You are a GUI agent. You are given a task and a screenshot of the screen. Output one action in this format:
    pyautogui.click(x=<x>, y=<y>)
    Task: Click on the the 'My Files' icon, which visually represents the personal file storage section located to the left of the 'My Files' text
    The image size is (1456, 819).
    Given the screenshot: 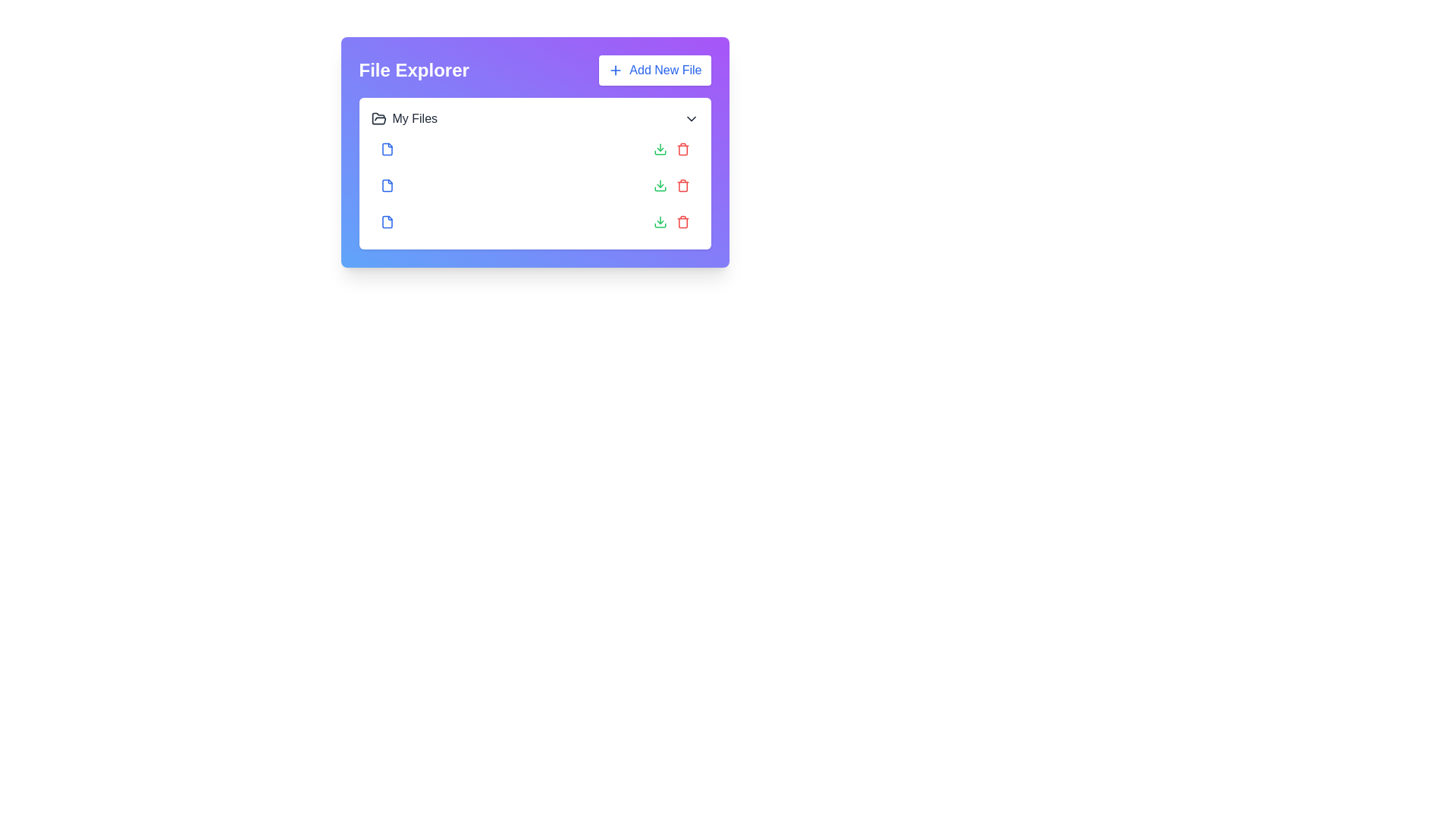 What is the action you would take?
    pyautogui.click(x=378, y=118)
    